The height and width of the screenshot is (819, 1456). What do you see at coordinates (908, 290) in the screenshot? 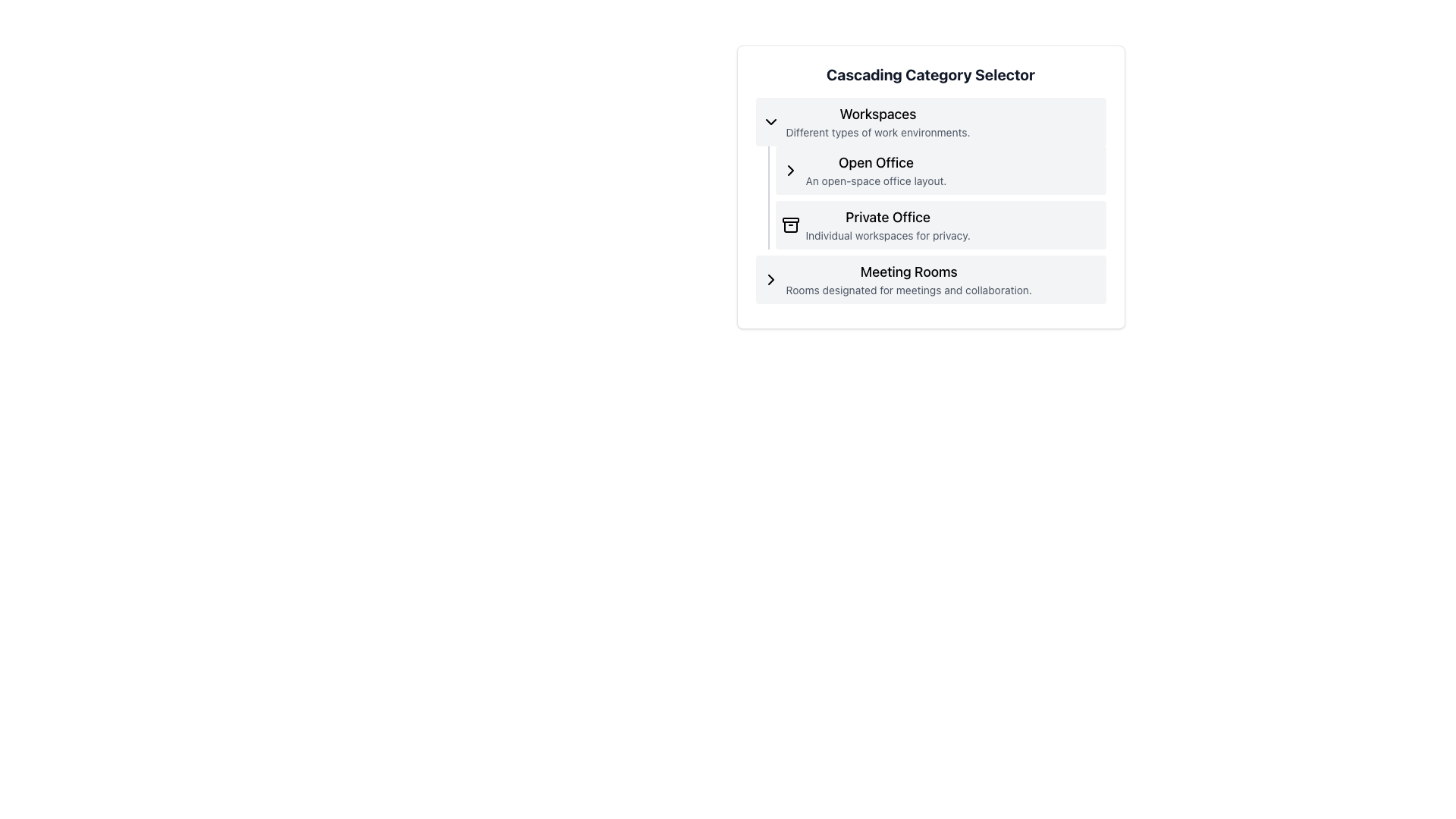
I see `the text label reading 'Rooms designated for meetings and collaboration.' which is styled with a smaller font size and gray color, located directly below the title 'Meeting Rooms.'` at bounding box center [908, 290].